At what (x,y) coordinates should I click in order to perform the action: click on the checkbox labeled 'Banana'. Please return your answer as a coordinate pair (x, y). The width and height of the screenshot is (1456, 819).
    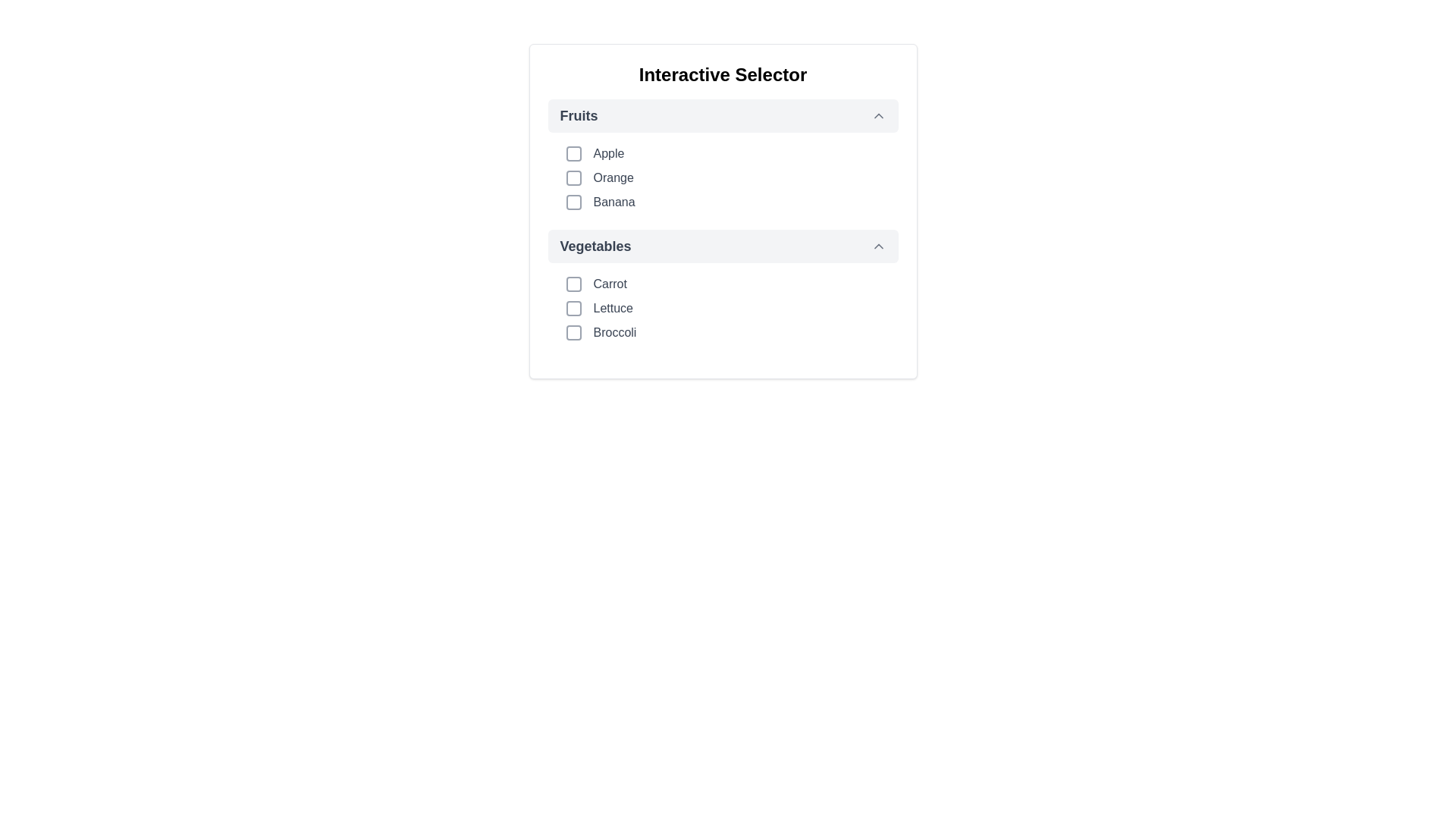
    Looking at the image, I should click on (732, 201).